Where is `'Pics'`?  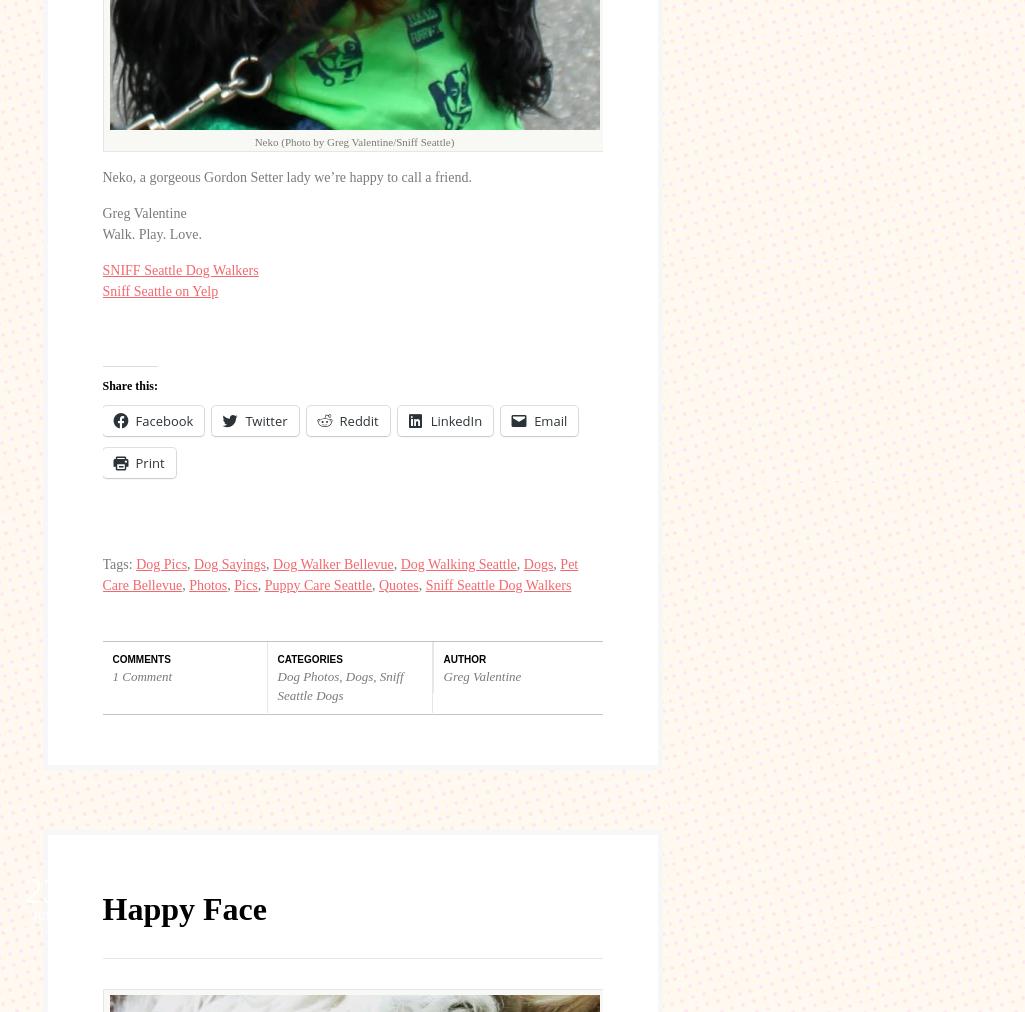 'Pics' is located at coordinates (244, 583).